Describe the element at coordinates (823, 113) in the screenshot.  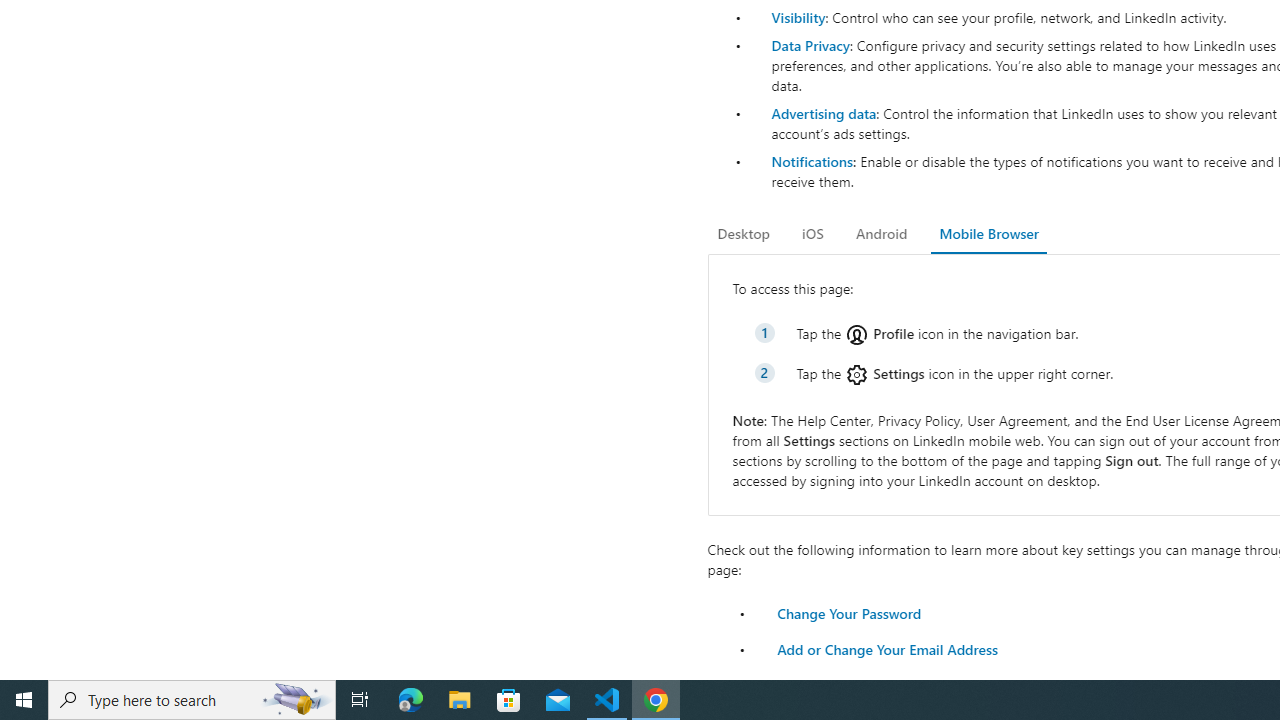
I see `'Advertising data'` at that location.